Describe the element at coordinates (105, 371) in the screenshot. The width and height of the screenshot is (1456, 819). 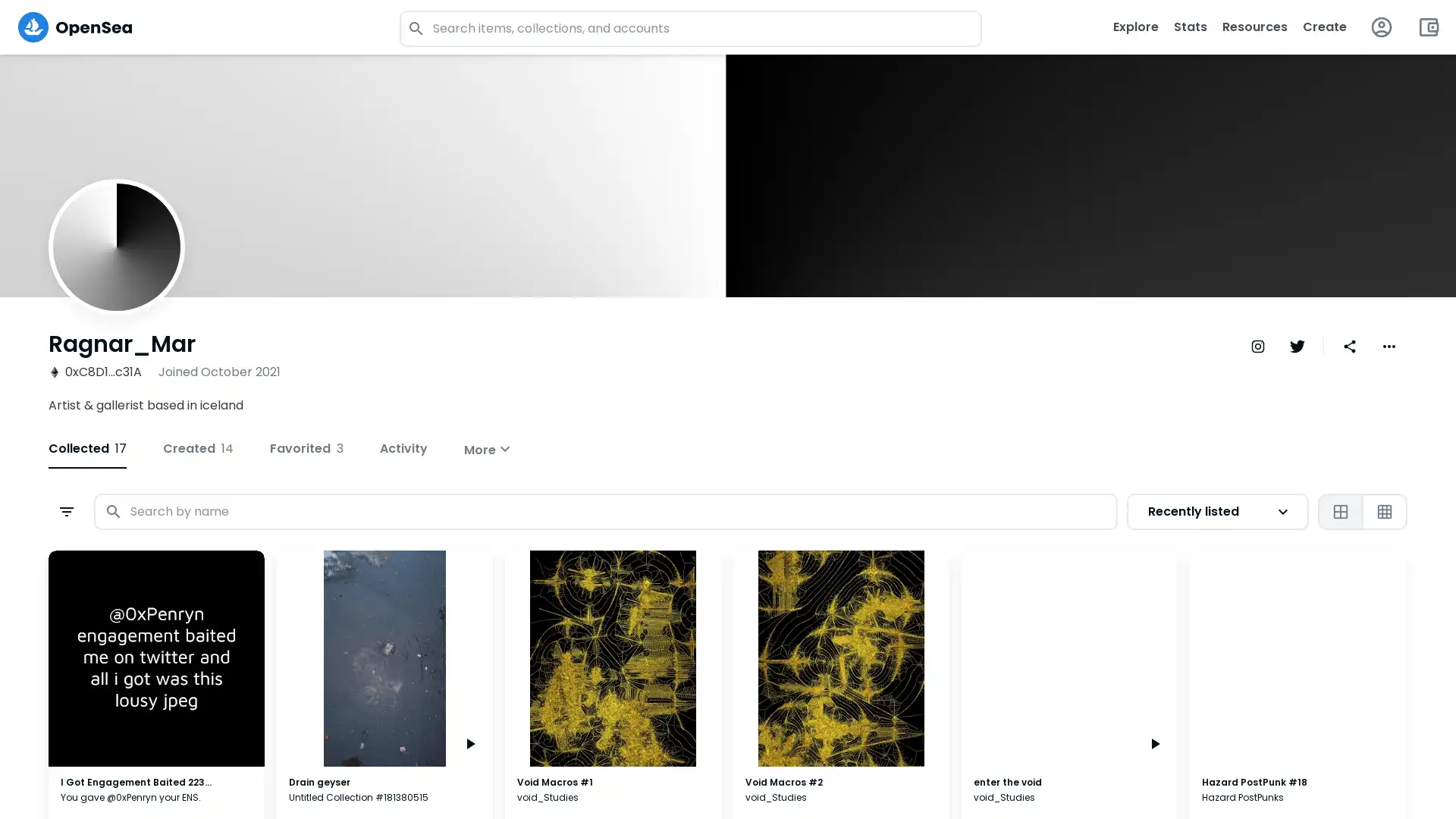
I see `0xC8D1...c31A` at that location.